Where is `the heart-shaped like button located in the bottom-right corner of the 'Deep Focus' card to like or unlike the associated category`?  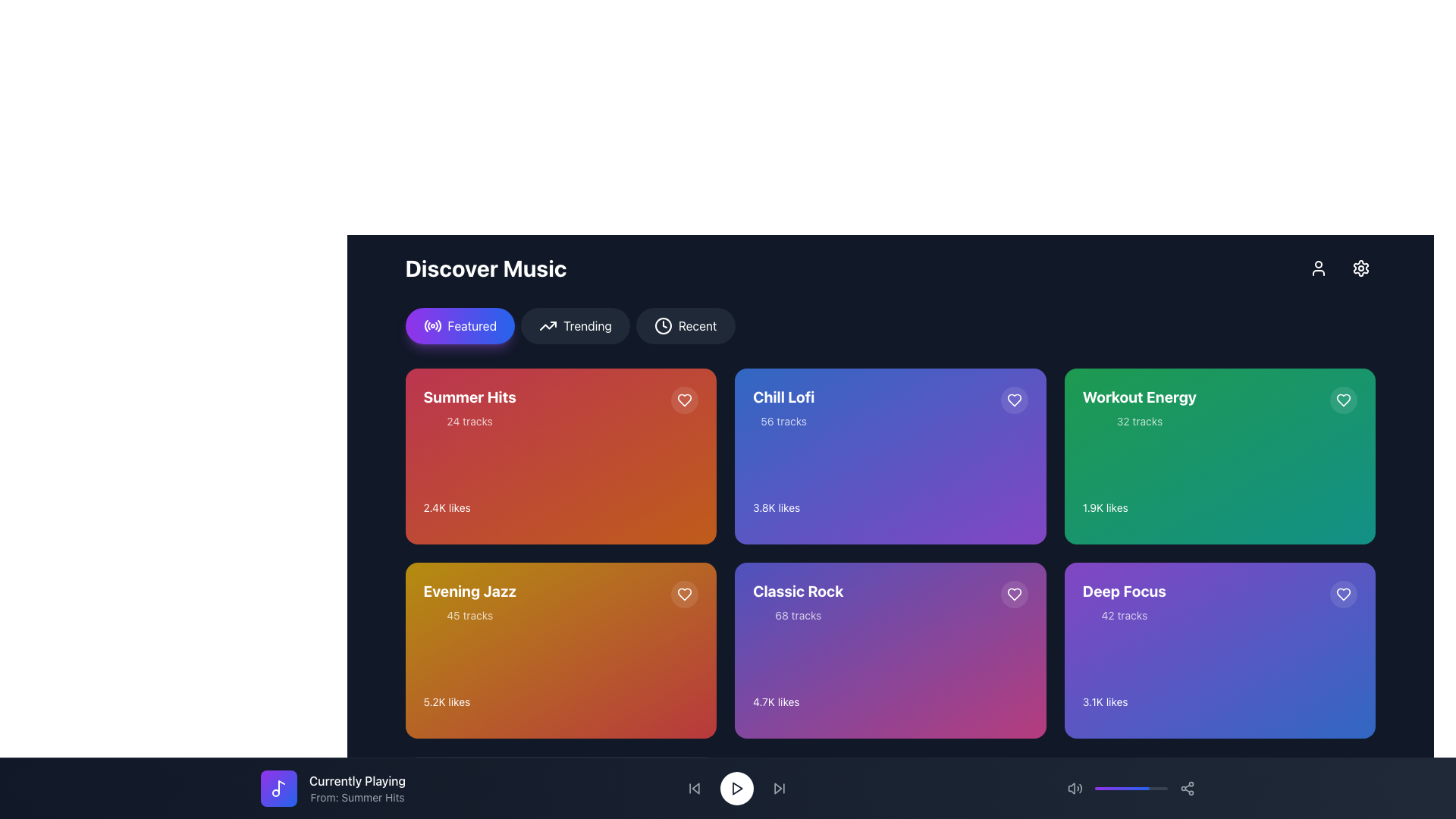
the heart-shaped like button located in the bottom-right corner of the 'Deep Focus' card to like or unlike the associated category is located at coordinates (1344, 593).